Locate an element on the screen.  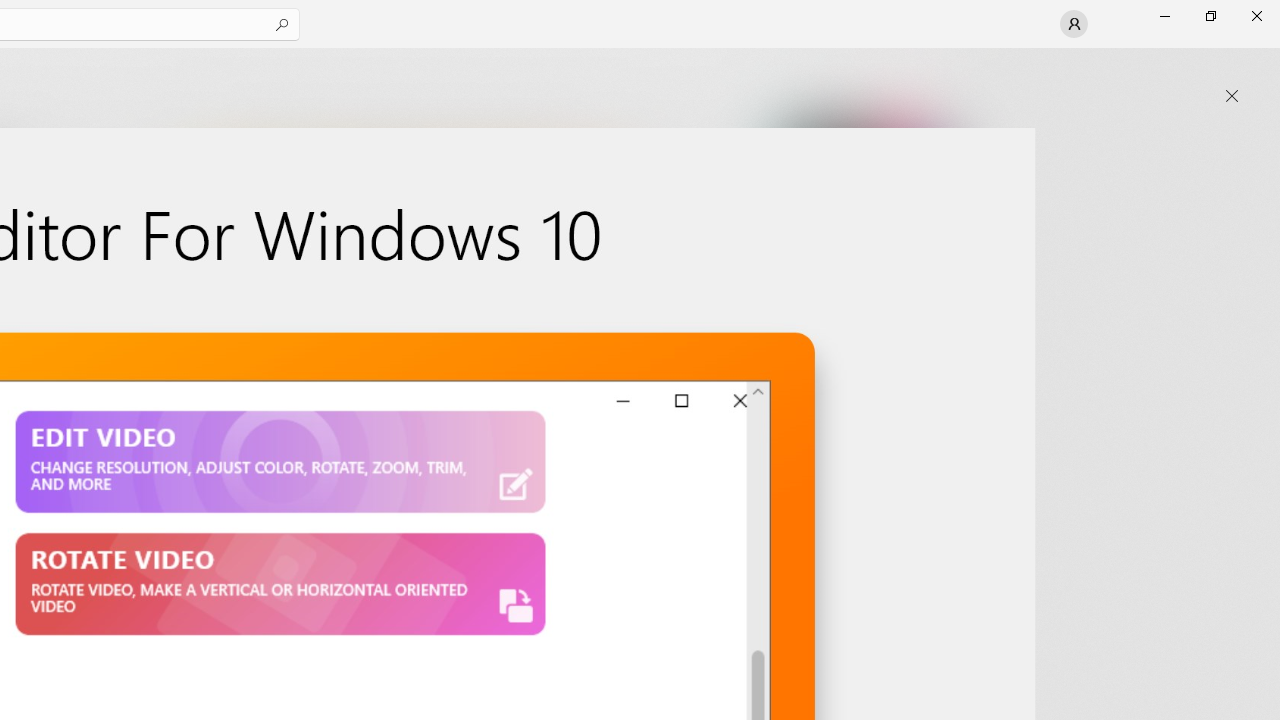
'Minimize Microsoft Store' is located at coordinates (1164, 15).